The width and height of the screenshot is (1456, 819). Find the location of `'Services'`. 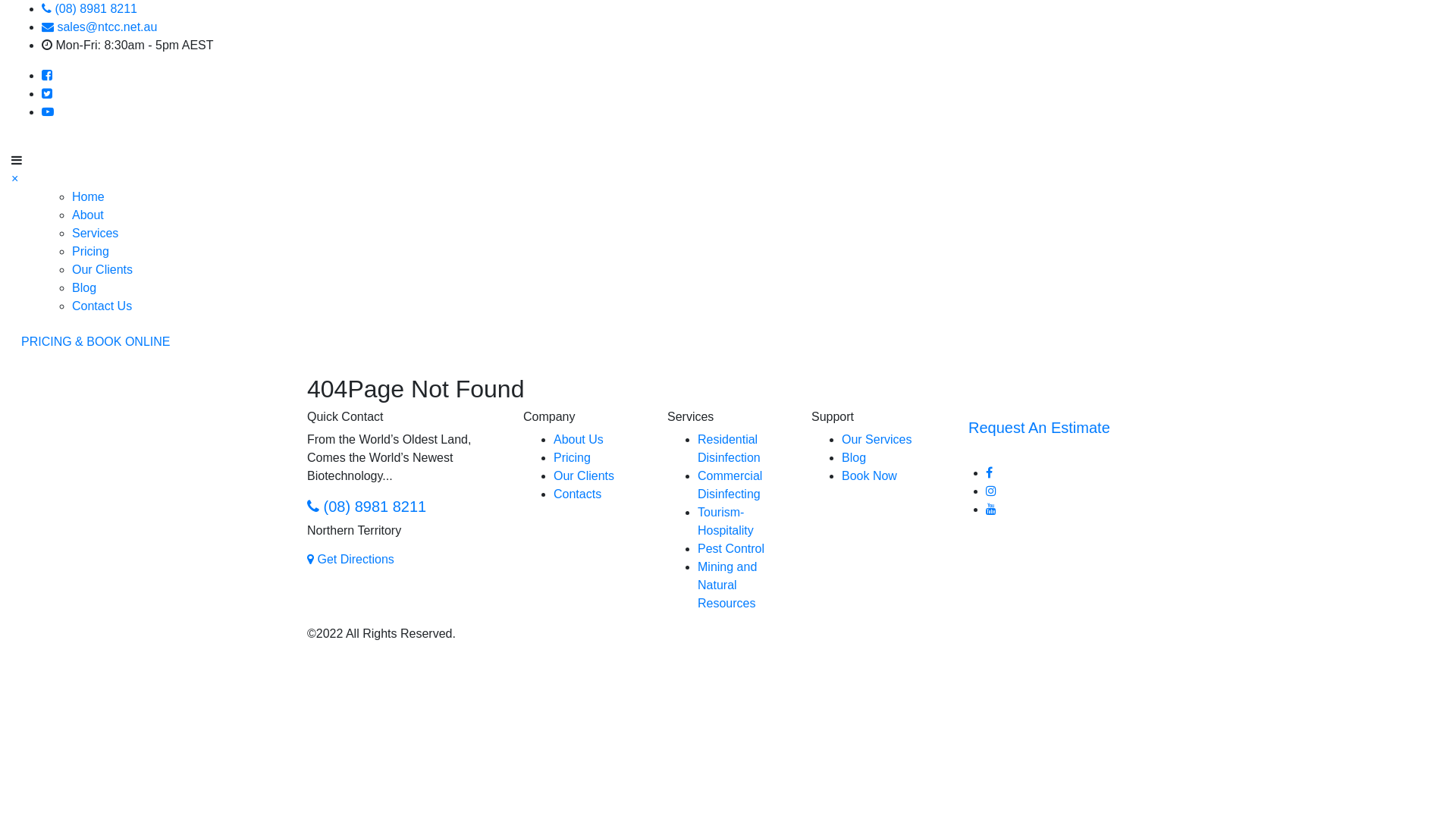

'Services' is located at coordinates (94, 233).